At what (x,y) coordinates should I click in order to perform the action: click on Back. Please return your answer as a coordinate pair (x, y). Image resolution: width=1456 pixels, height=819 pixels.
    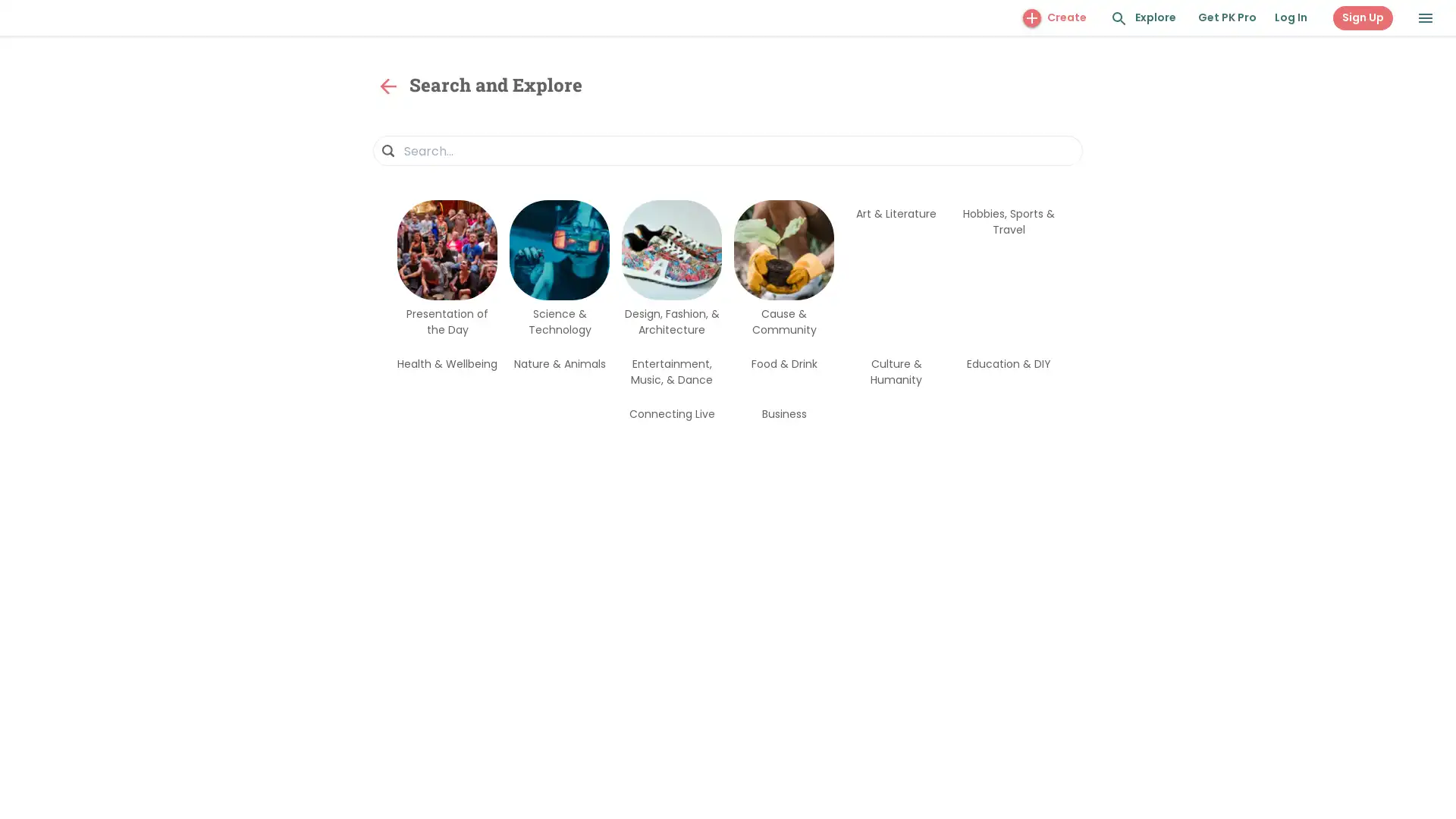
    Looking at the image, I should click on (388, 86).